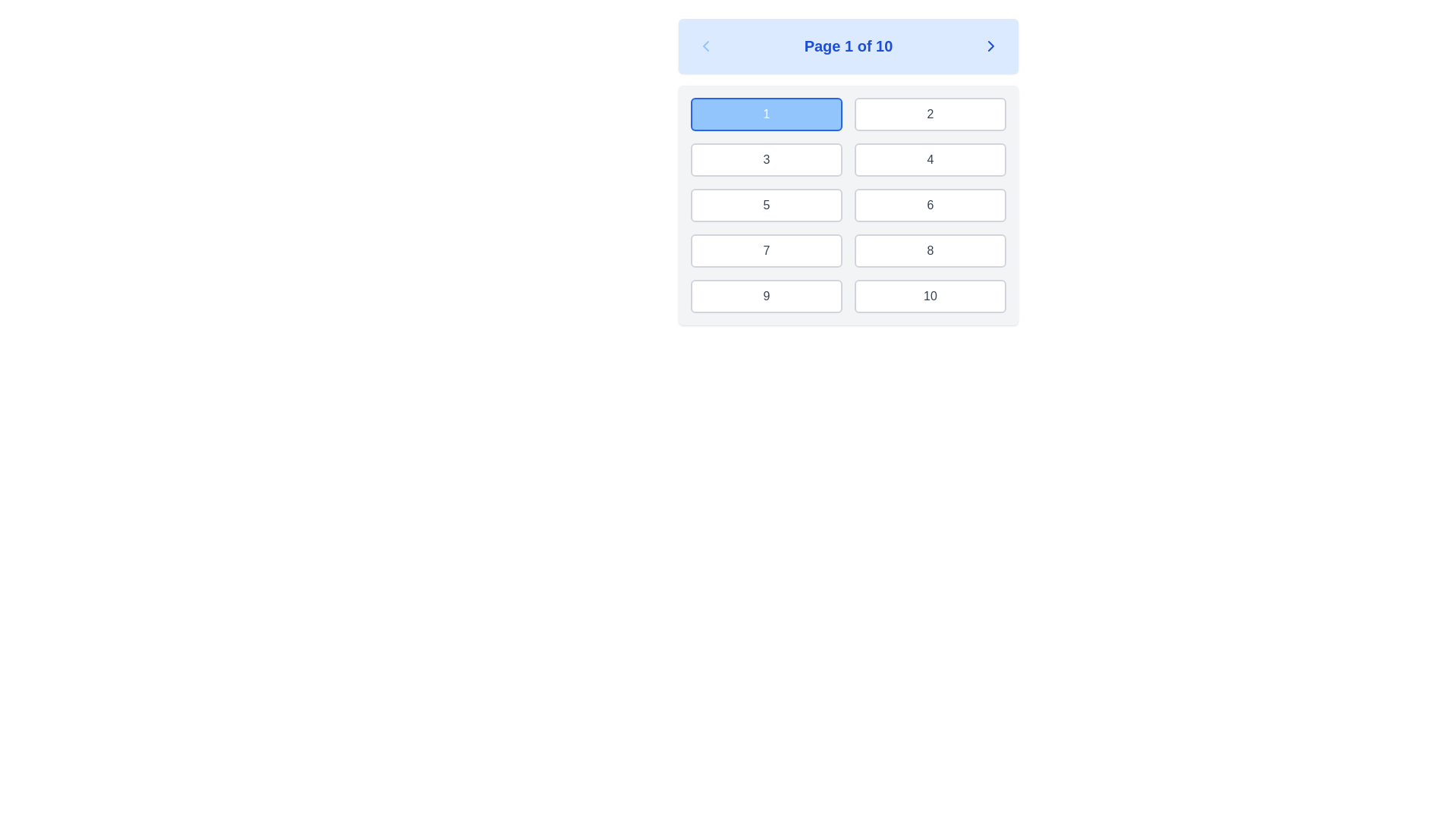  Describe the element at coordinates (930, 205) in the screenshot. I see `the button in the second column and third row of the numeric grid` at that location.